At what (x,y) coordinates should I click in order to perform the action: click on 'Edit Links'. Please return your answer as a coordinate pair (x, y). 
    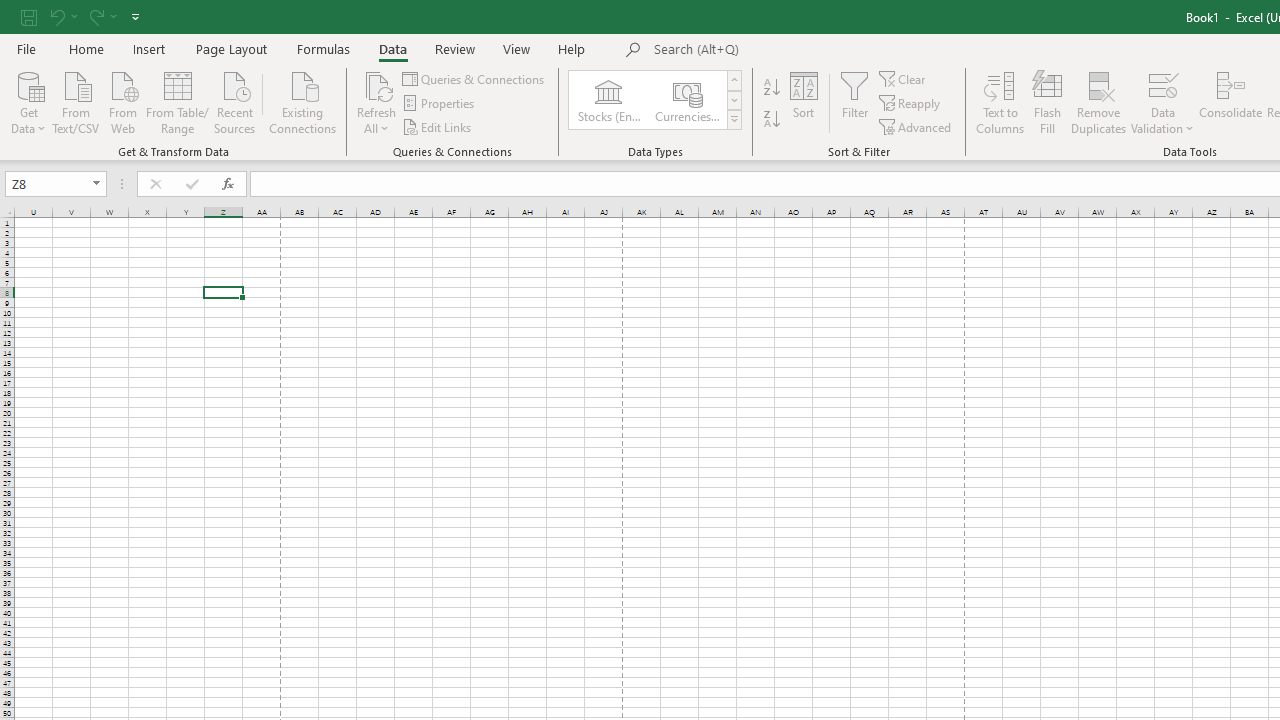
    Looking at the image, I should click on (437, 127).